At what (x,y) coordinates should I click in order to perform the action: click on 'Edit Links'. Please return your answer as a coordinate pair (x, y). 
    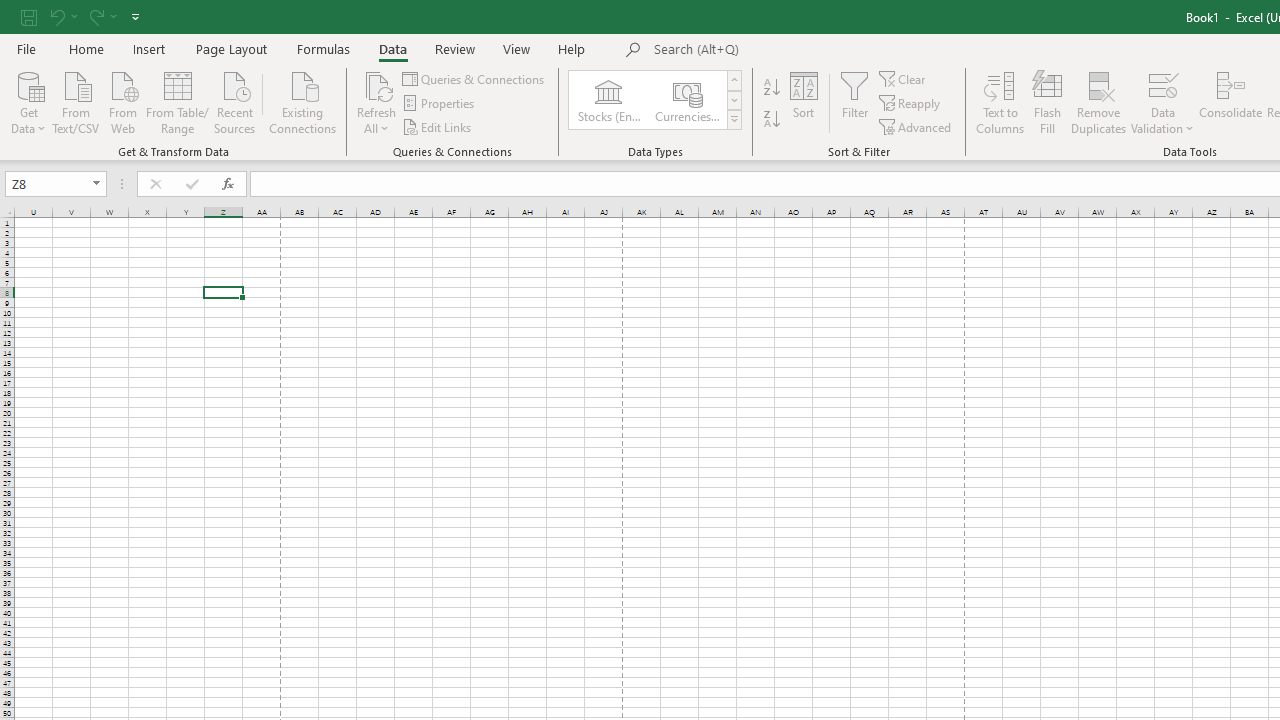
    Looking at the image, I should click on (437, 127).